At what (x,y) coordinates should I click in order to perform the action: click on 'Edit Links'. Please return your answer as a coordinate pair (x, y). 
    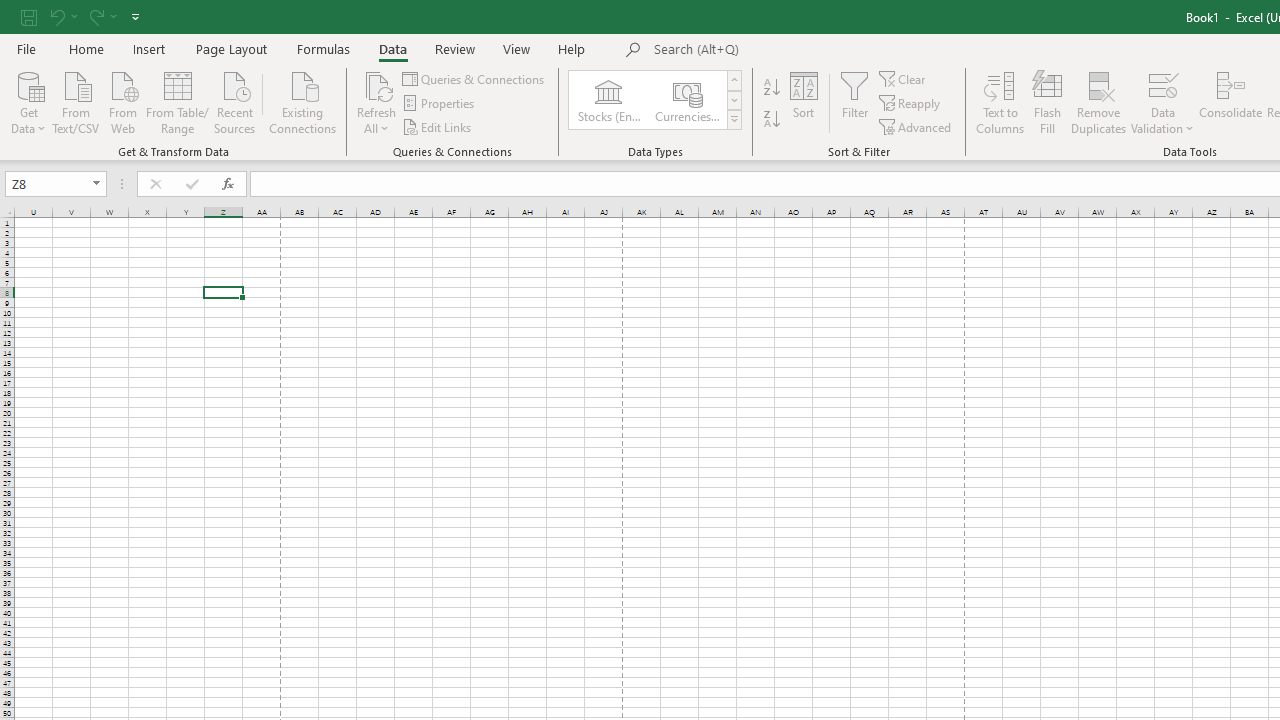
    Looking at the image, I should click on (437, 127).